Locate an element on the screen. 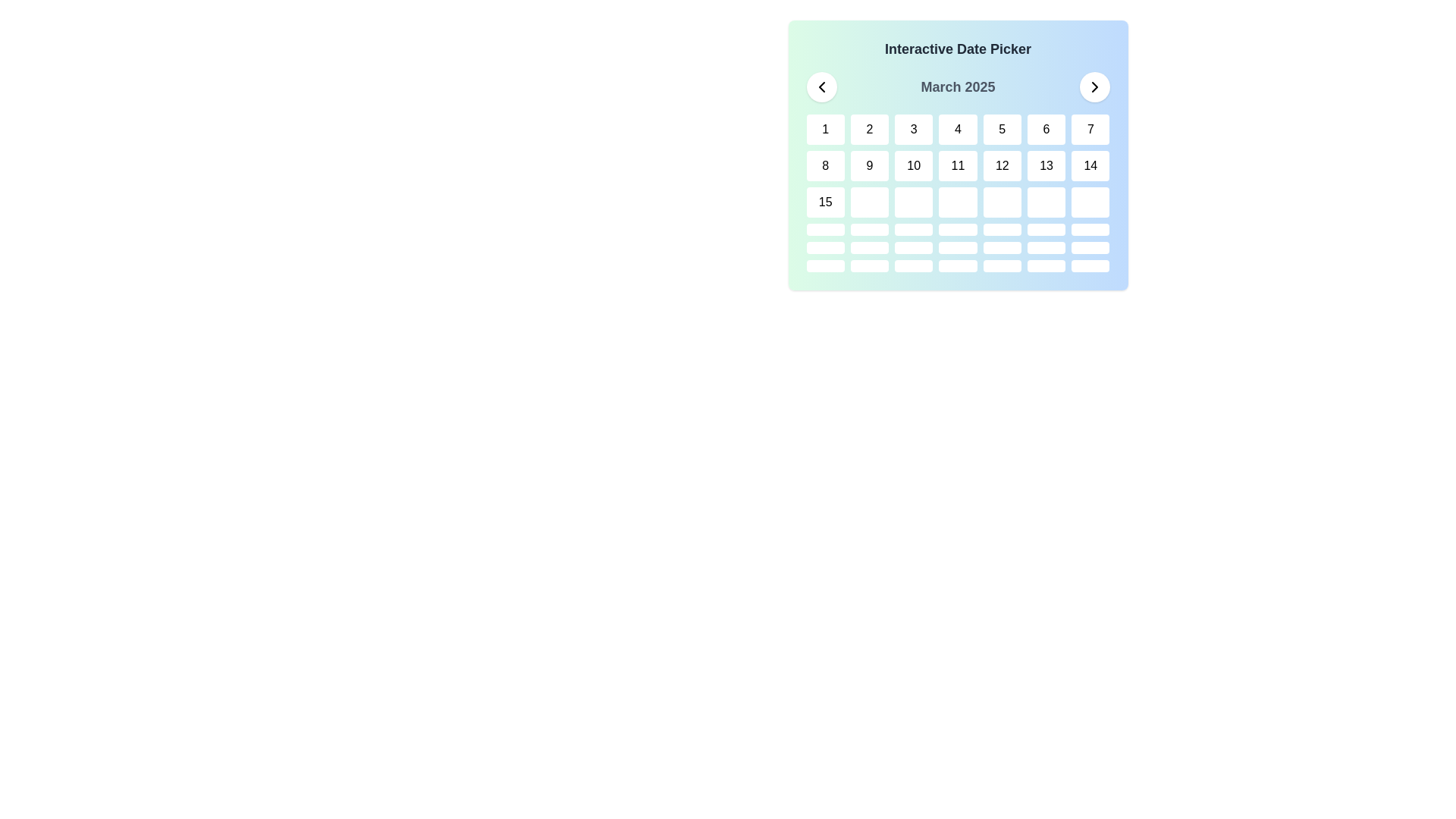 The height and width of the screenshot is (819, 1456). the date cell displaying '14' in the calendar widget is located at coordinates (1090, 166).